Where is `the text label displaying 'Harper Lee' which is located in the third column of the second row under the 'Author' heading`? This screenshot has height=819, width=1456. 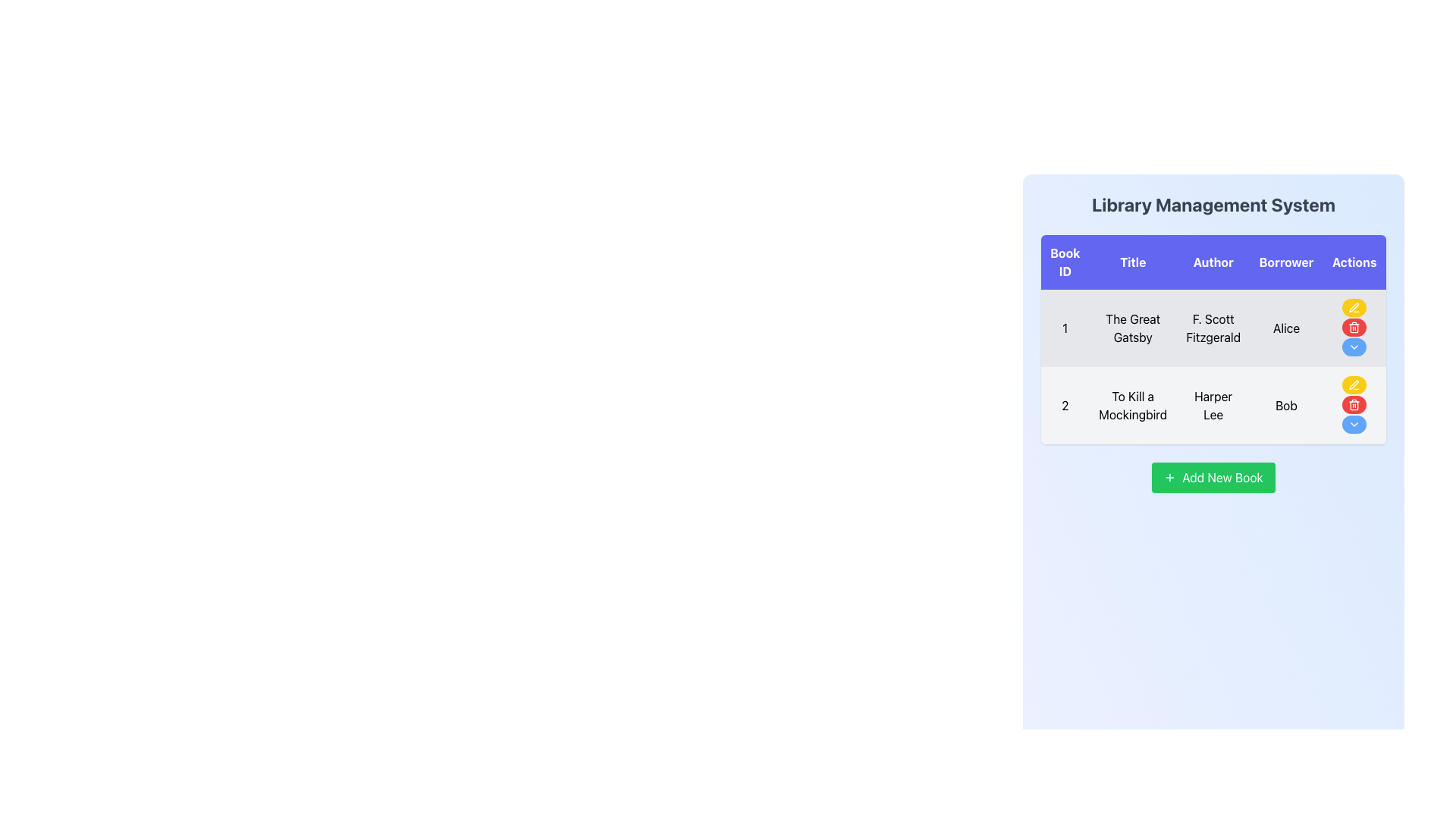 the text label displaying 'Harper Lee' which is located in the third column of the second row under the 'Author' heading is located at coordinates (1213, 405).